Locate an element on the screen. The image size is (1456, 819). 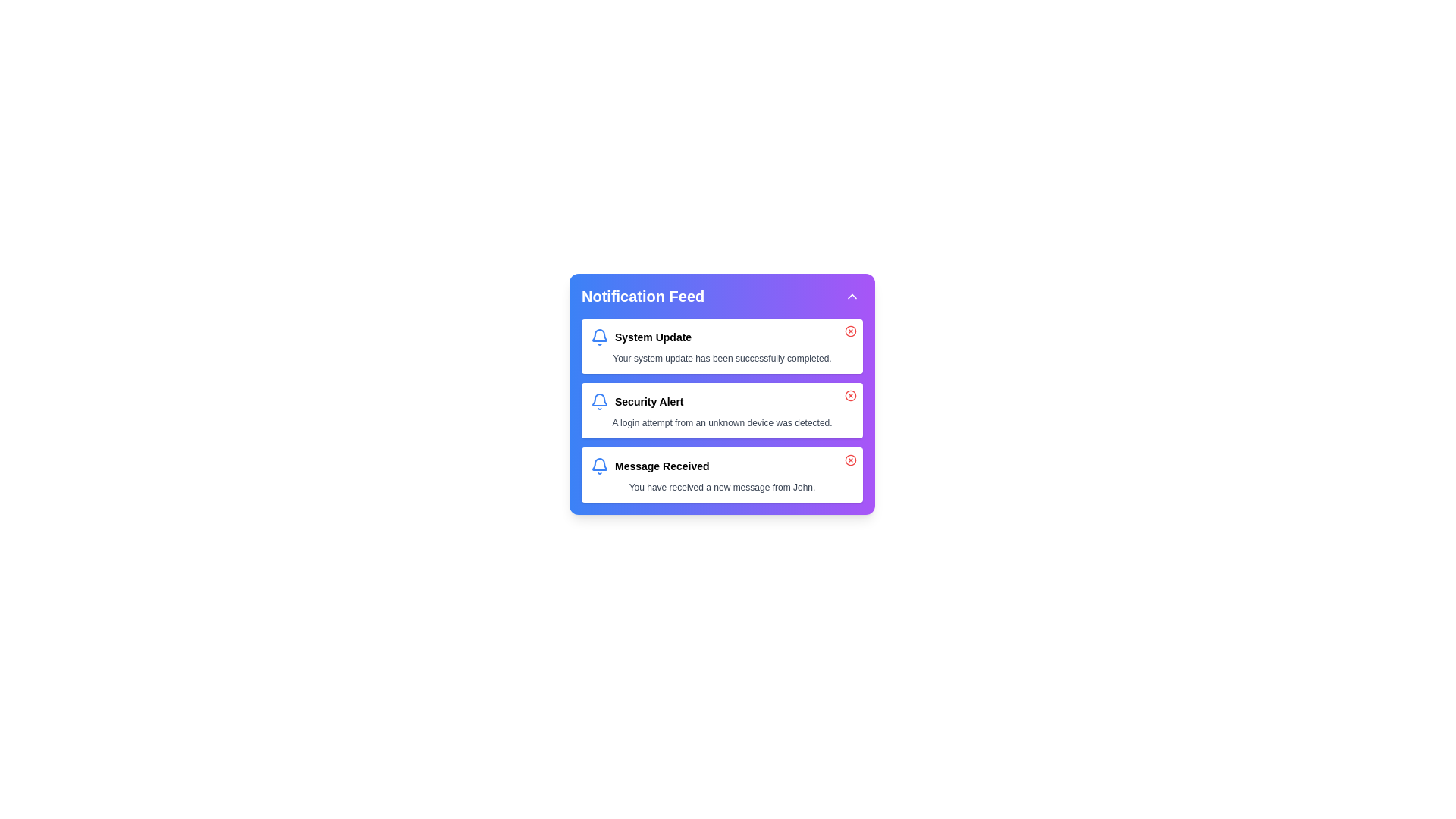
the text label in the first notification card under 'Notification Feed' is located at coordinates (653, 336).